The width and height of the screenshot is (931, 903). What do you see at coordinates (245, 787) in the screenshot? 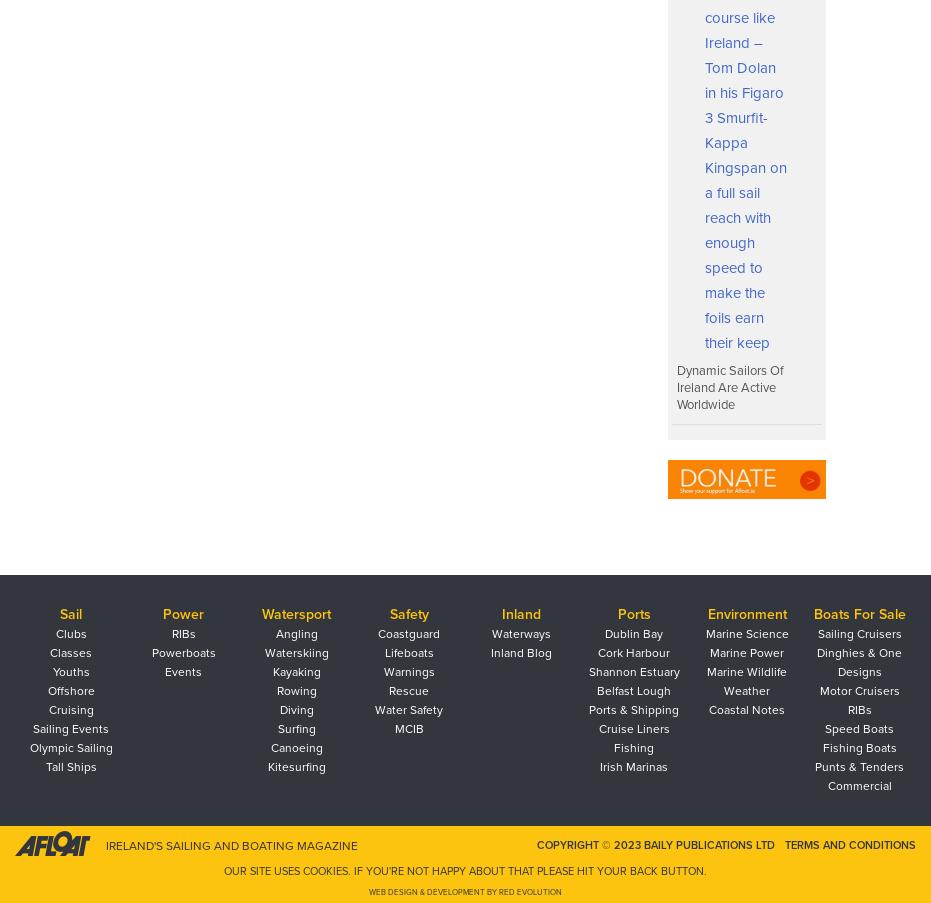
I see `'What is the organisation structure of the Performance Pathway?'` at bounding box center [245, 787].